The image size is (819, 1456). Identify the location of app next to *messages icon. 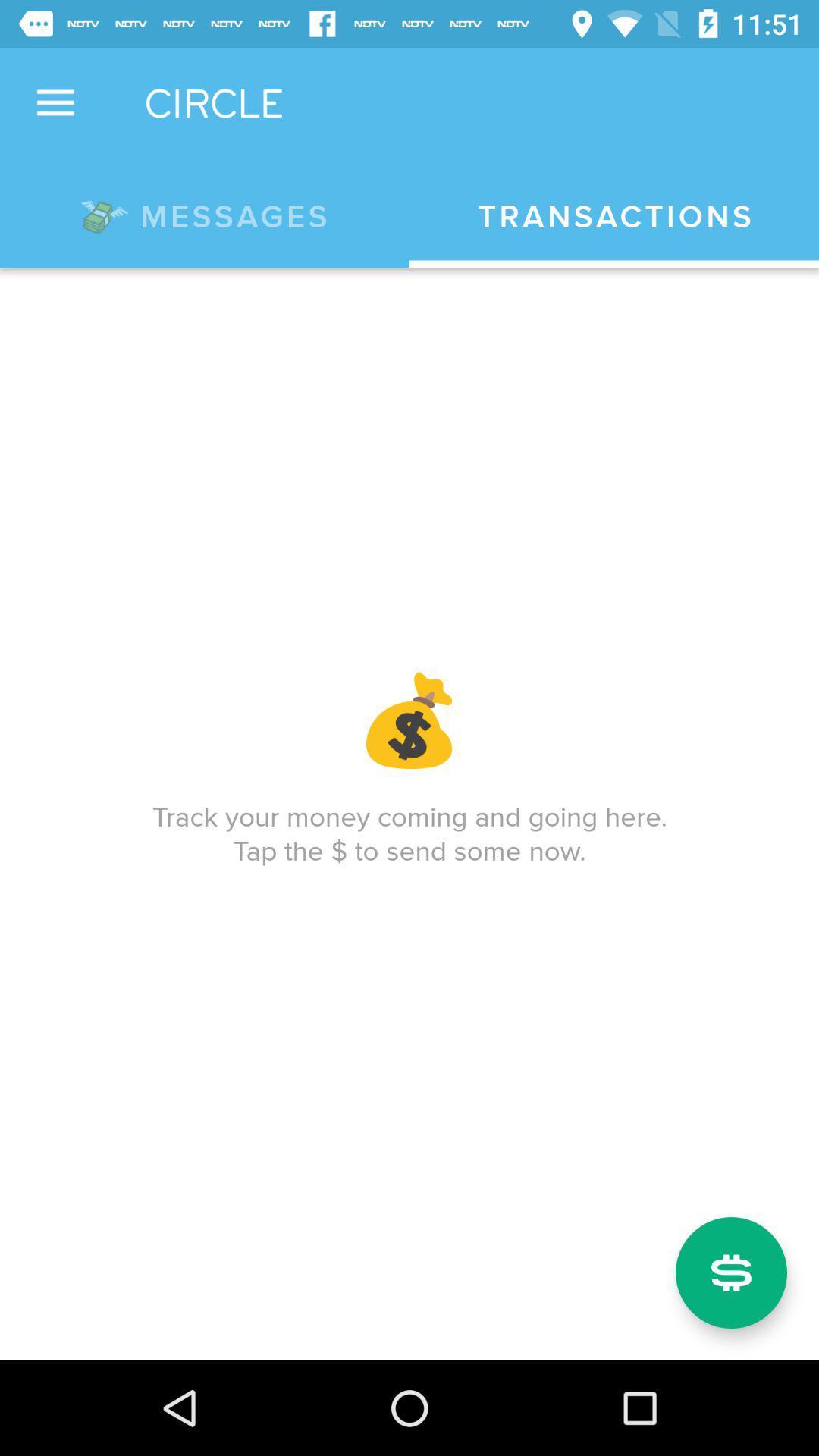
(614, 216).